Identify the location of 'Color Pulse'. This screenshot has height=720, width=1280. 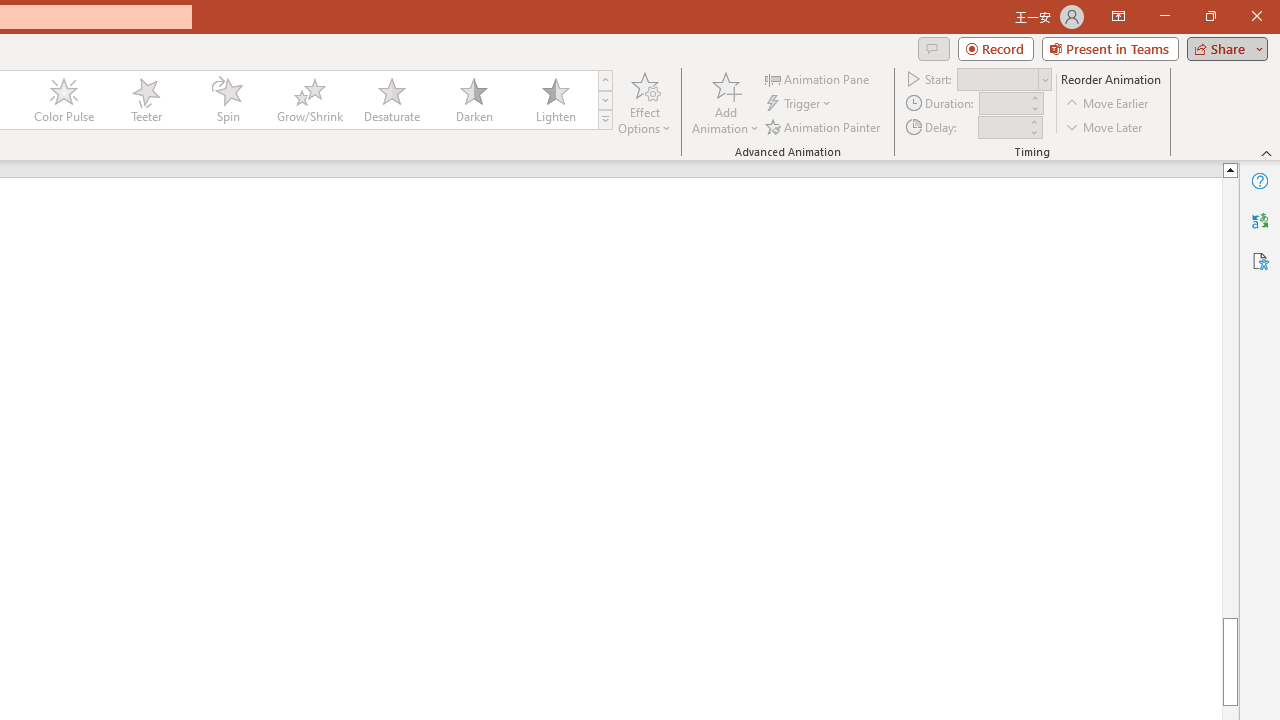
(64, 100).